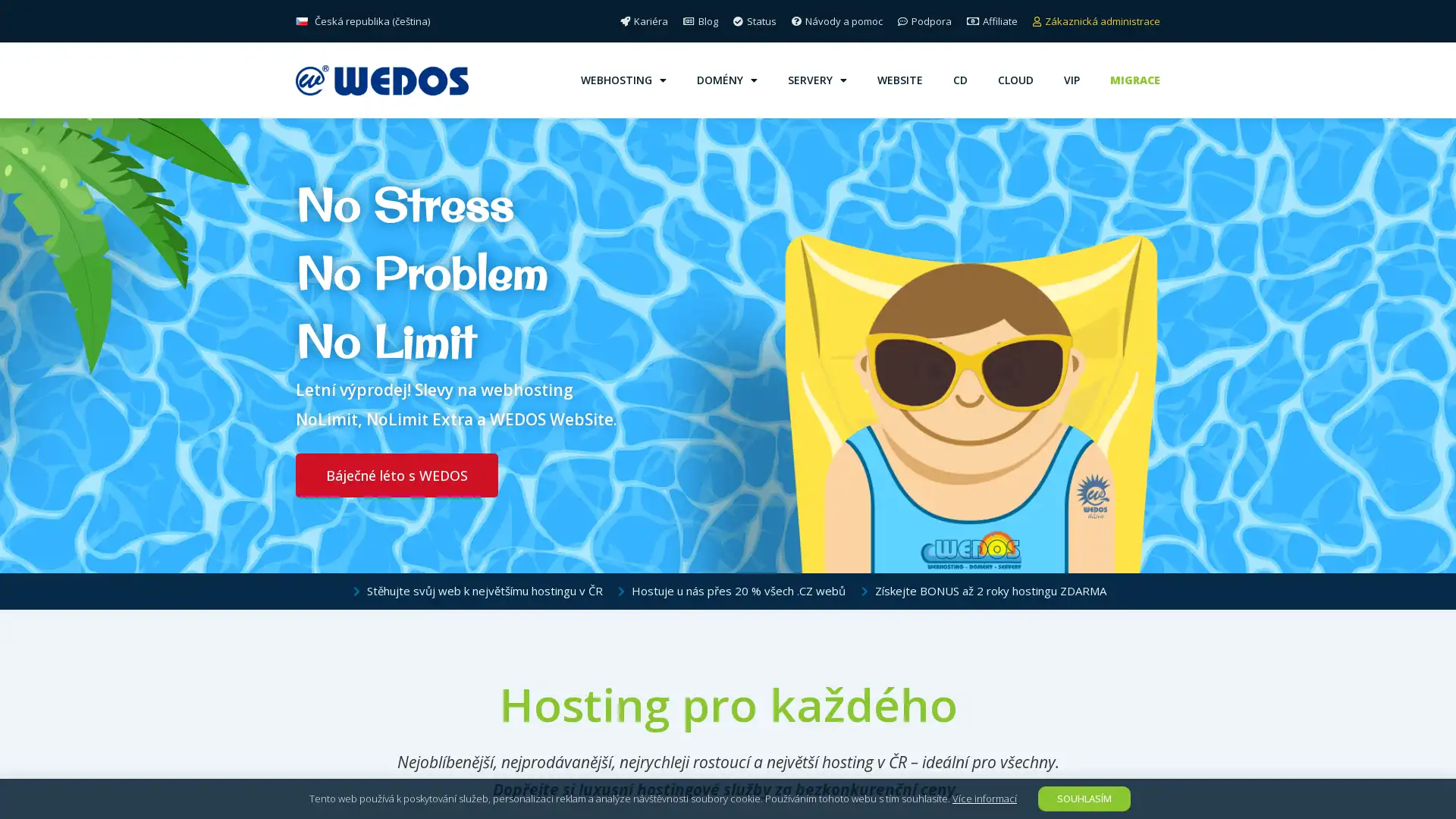 The width and height of the screenshot is (1456, 819). Describe the element at coordinates (1084, 798) in the screenshot. I see `SOUHLASIM` at that location.